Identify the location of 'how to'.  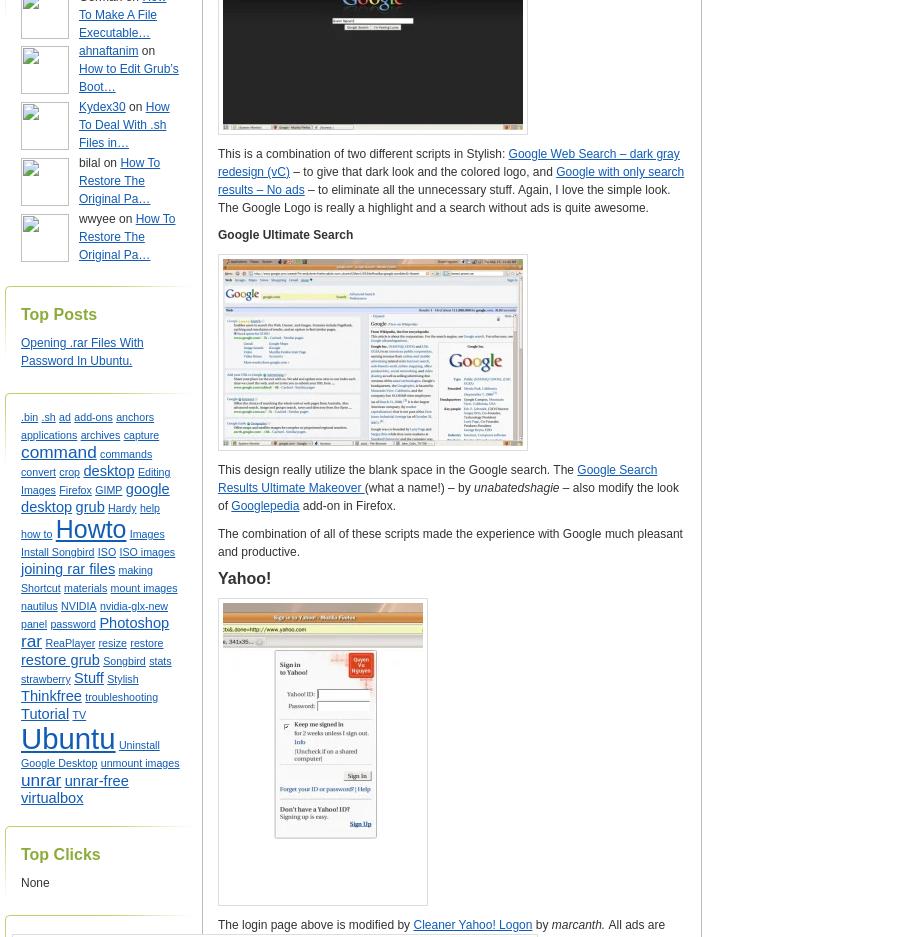
(19, 532).